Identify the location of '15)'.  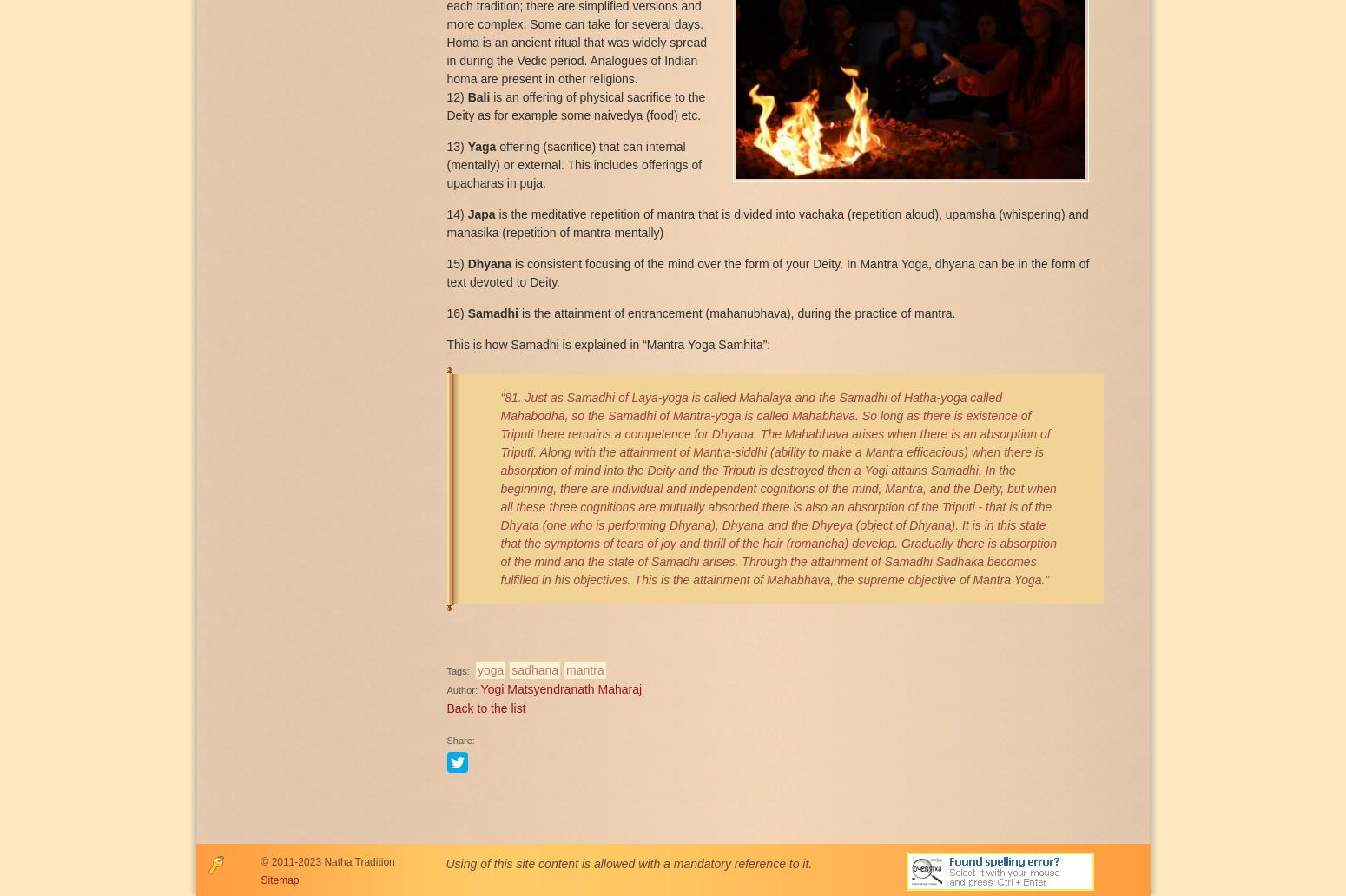
(456, 262).